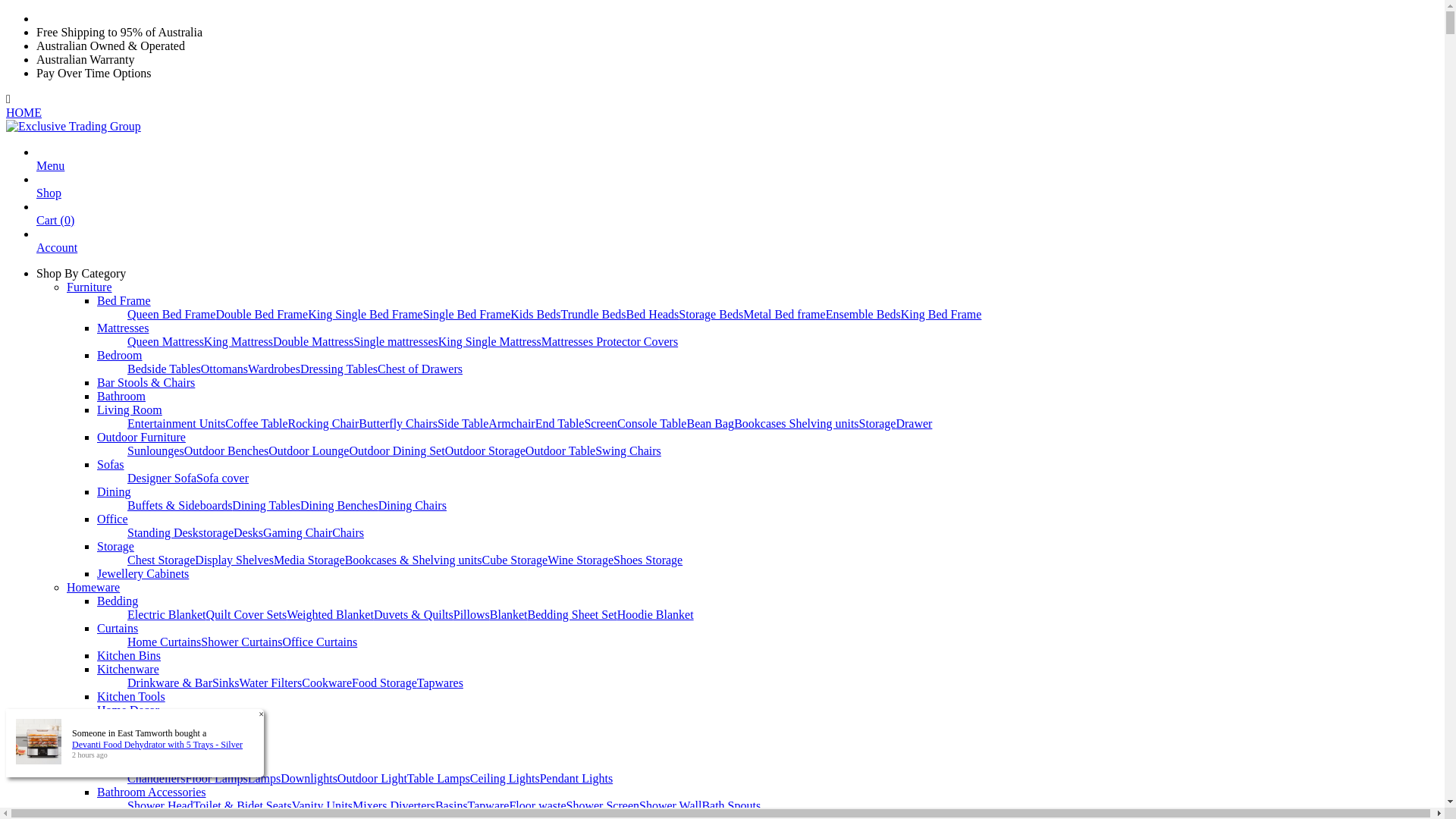 The height and width of the screenshot is (819, 1456). Describe the element at coordinates (127, 668) in the screenshot. I see `'Kitchenware'` at that location.